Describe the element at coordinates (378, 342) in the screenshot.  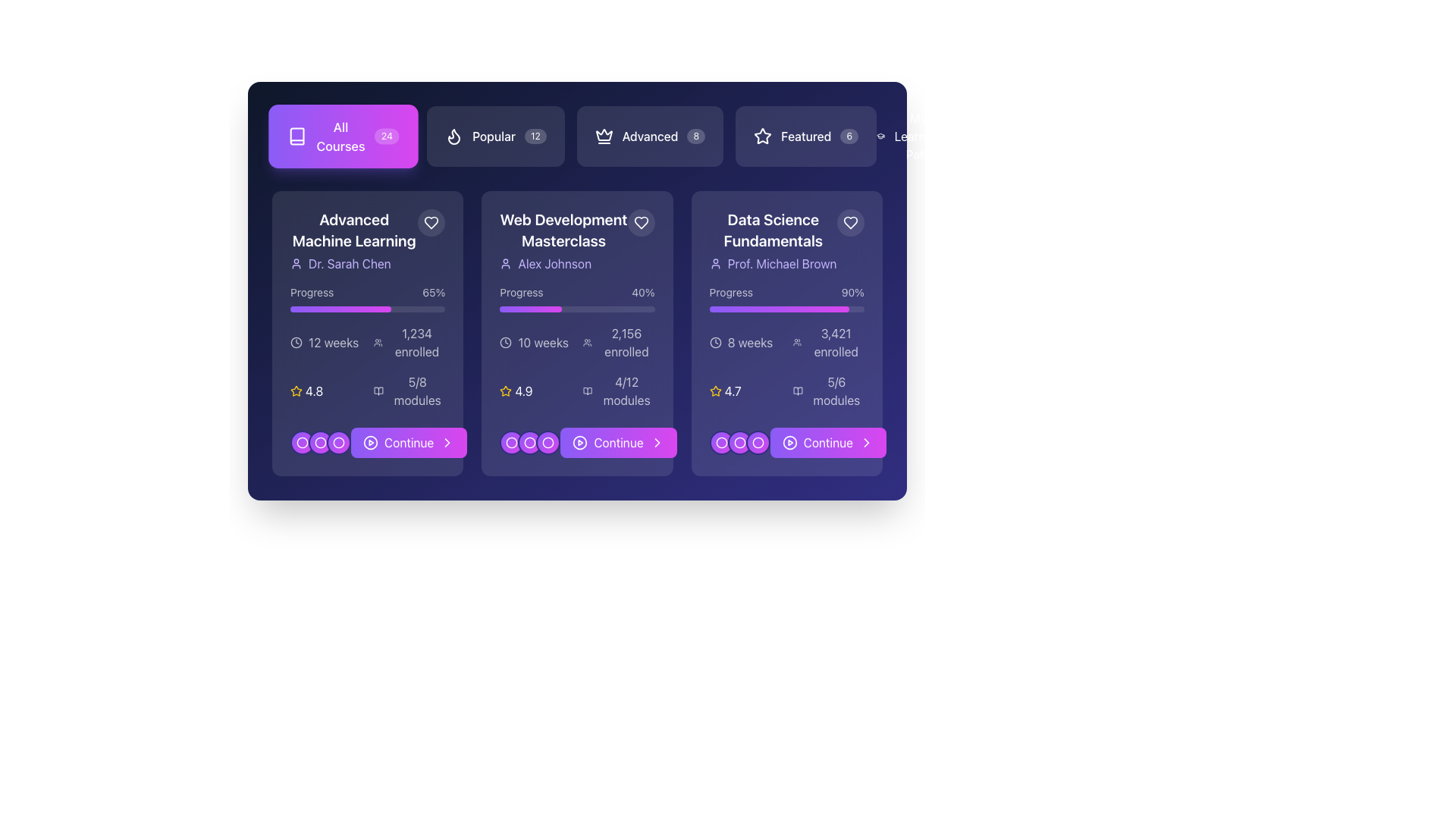
I see `the multiple users icon (SVG) located to the left of the text '1,234 enrolled' in the enrollment details section of the 'Advanced Machine Learning' course card` at that location.